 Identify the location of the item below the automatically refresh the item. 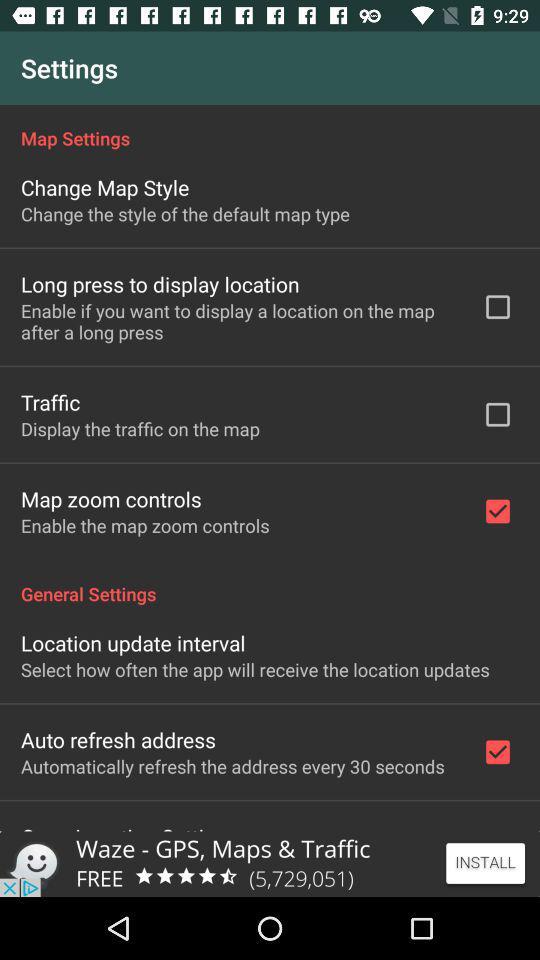
(129, 826).